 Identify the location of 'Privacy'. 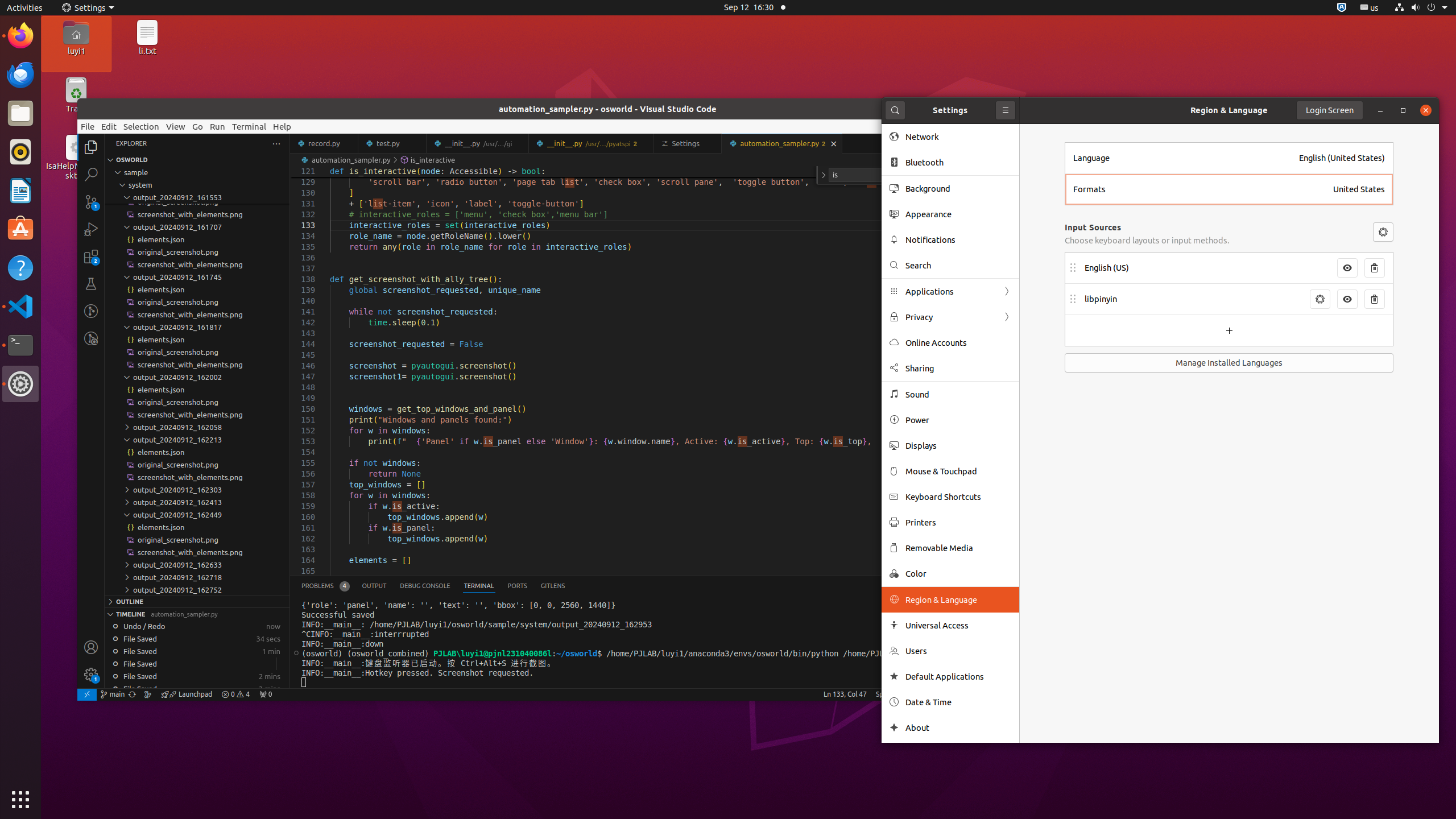
(950, 316).